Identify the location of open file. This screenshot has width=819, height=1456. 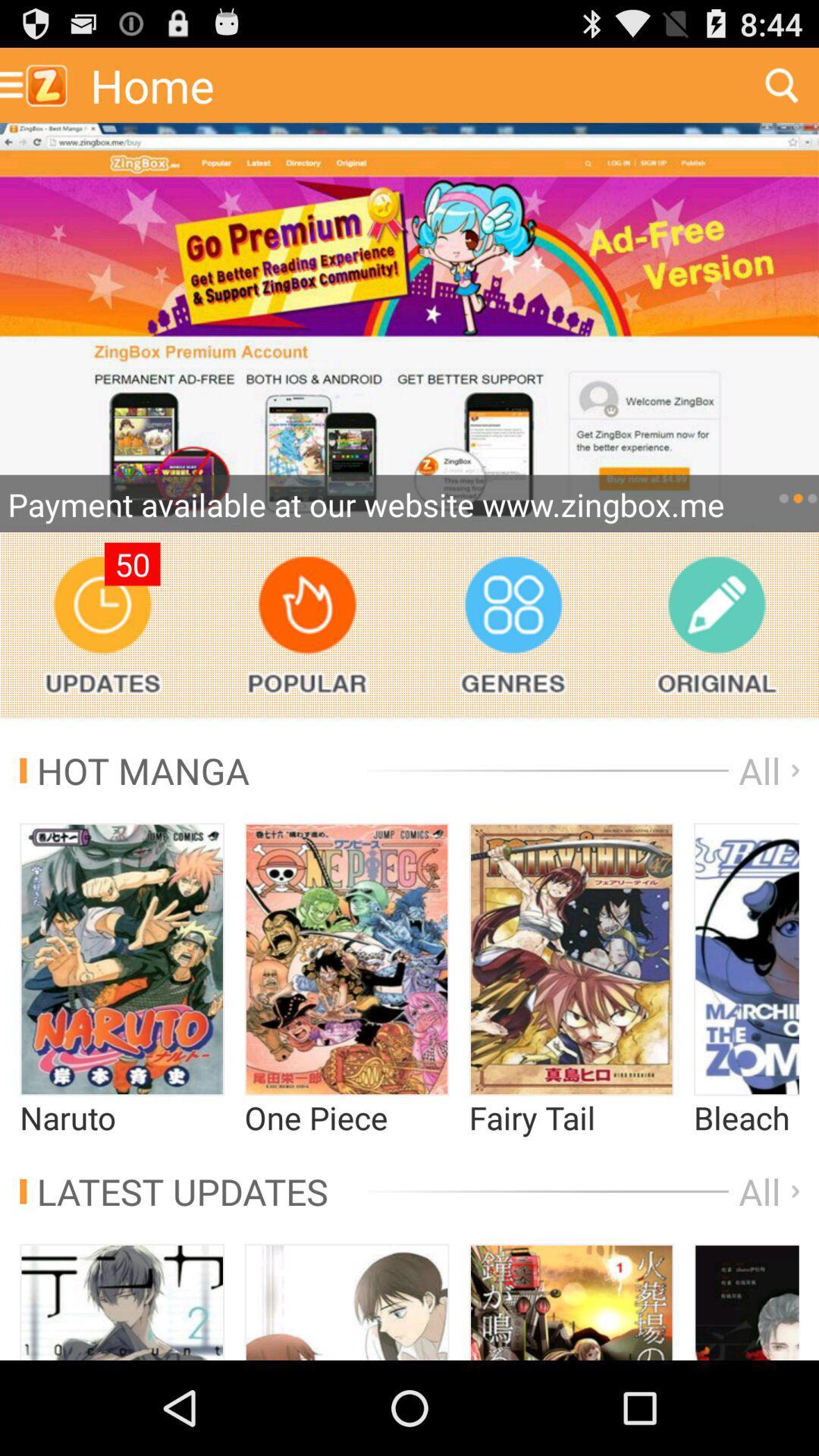
(347, 959).